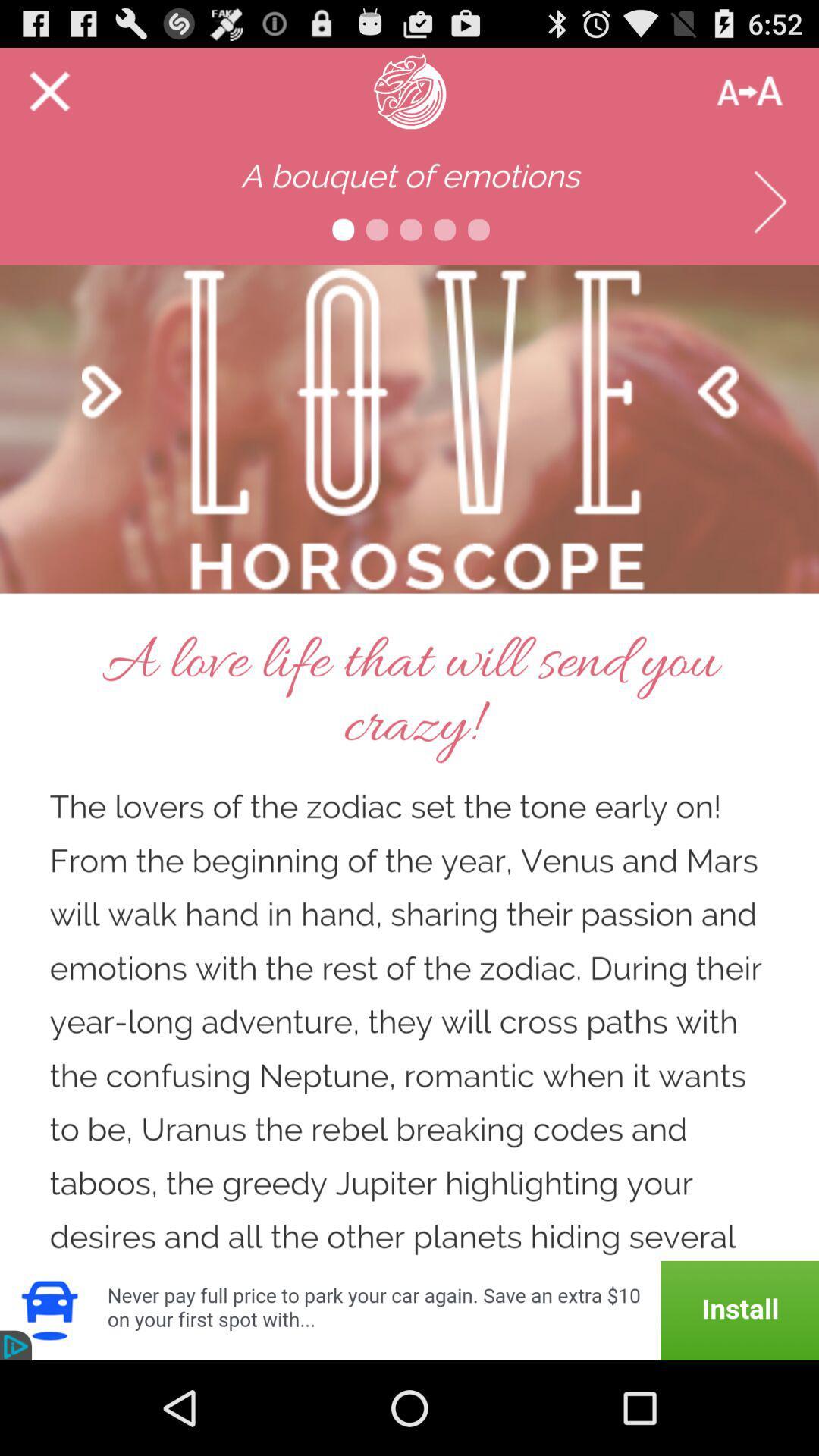  I want to click on advertisement page, so click(409, 654).